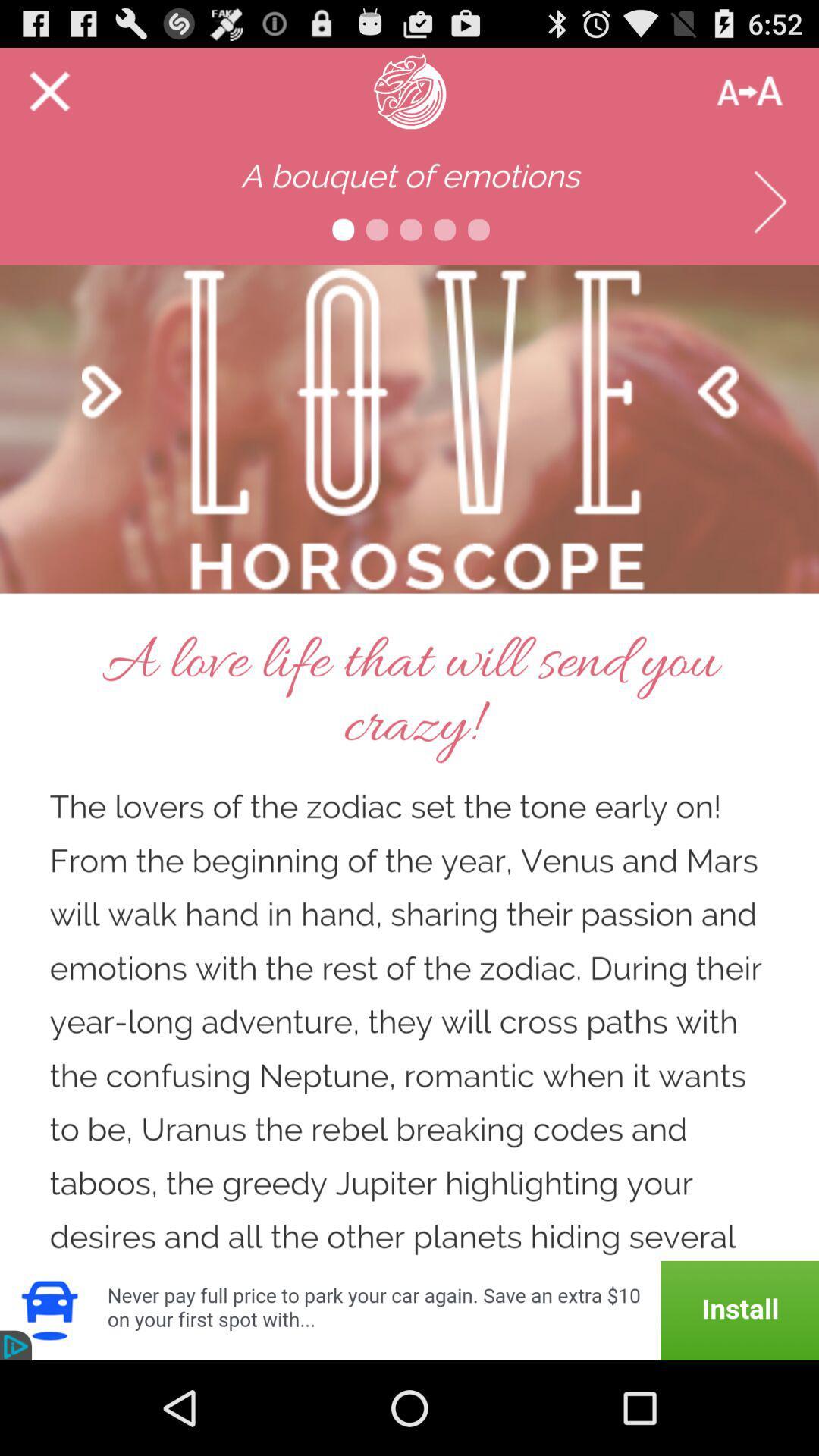  I want to click on advertisement page, so click(409, 654).